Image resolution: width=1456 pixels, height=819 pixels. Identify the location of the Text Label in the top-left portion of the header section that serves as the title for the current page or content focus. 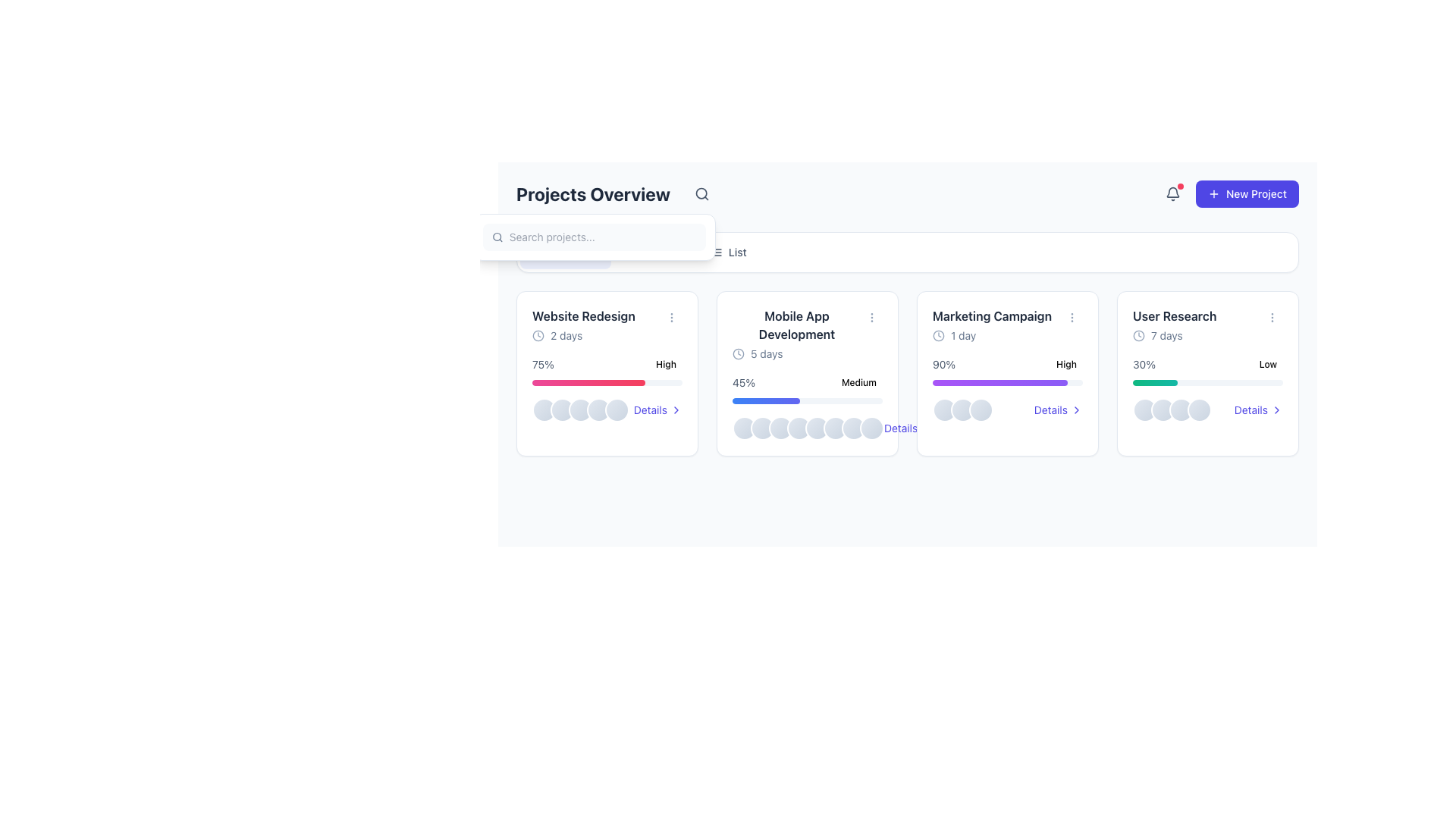
(616, 193).